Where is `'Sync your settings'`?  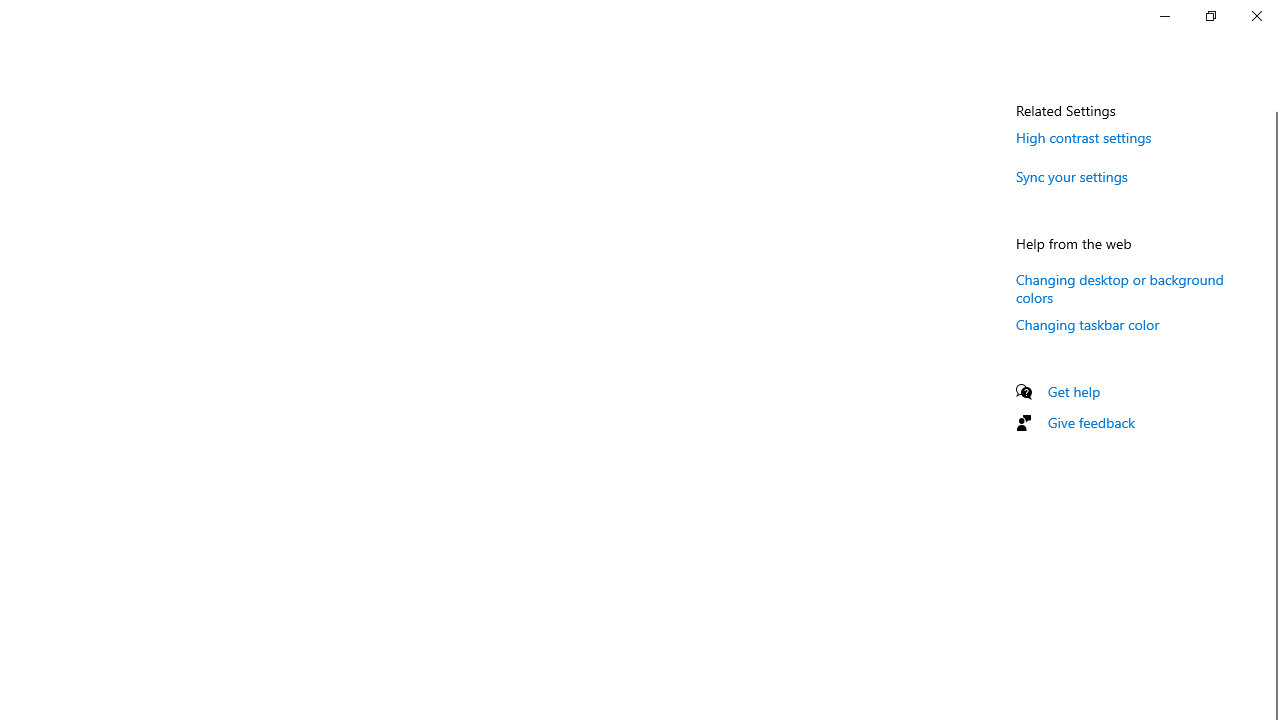
'Sync your settings' is located at coordinates (1071, 175).